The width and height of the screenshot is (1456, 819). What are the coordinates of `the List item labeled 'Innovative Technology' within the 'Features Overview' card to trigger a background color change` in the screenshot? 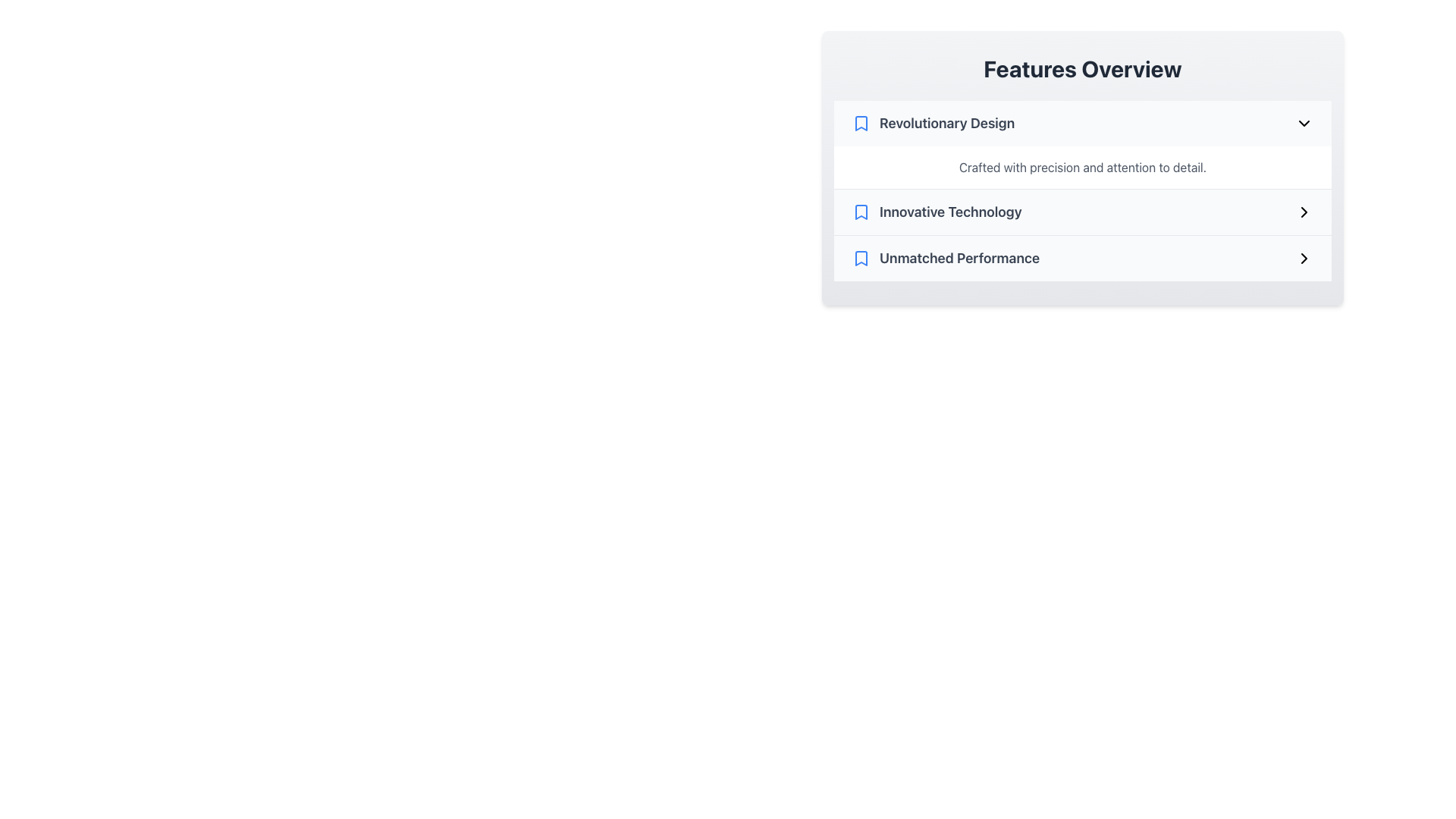 It's located at (1082, 212).